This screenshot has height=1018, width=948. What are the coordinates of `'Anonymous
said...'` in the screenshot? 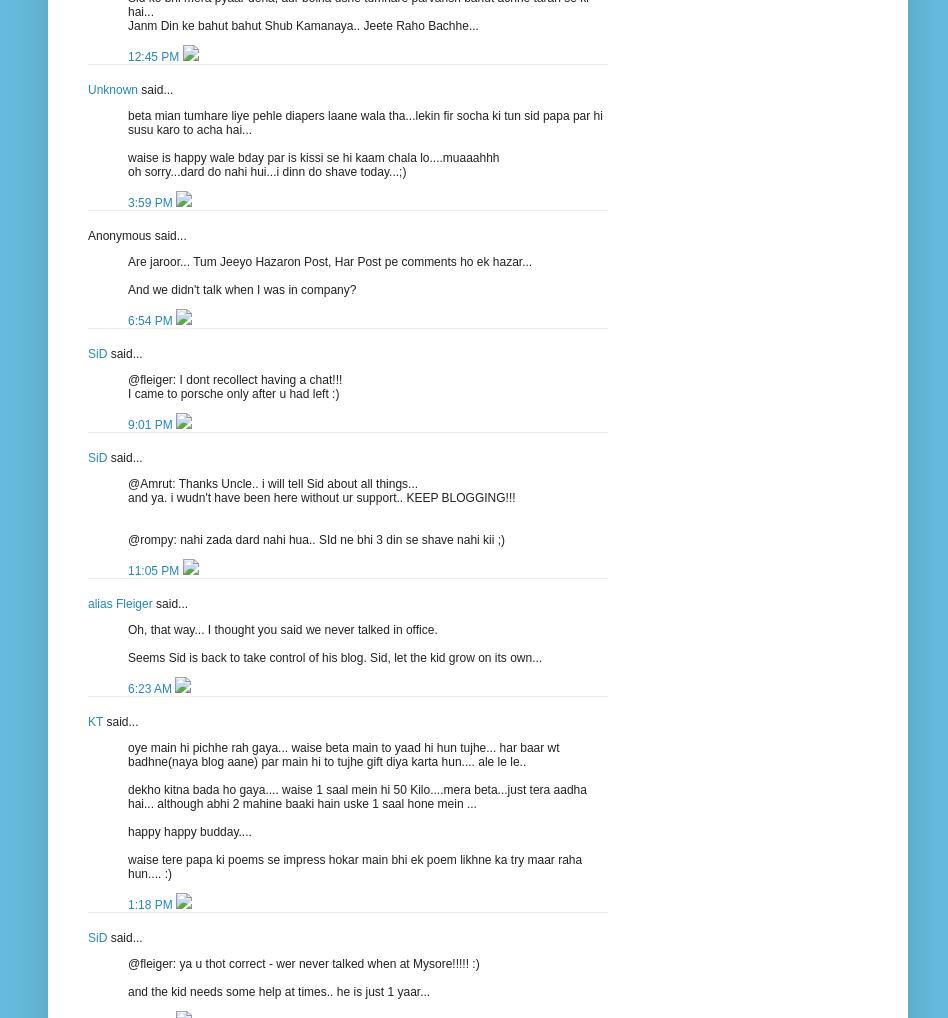 It's located at (135, 233).